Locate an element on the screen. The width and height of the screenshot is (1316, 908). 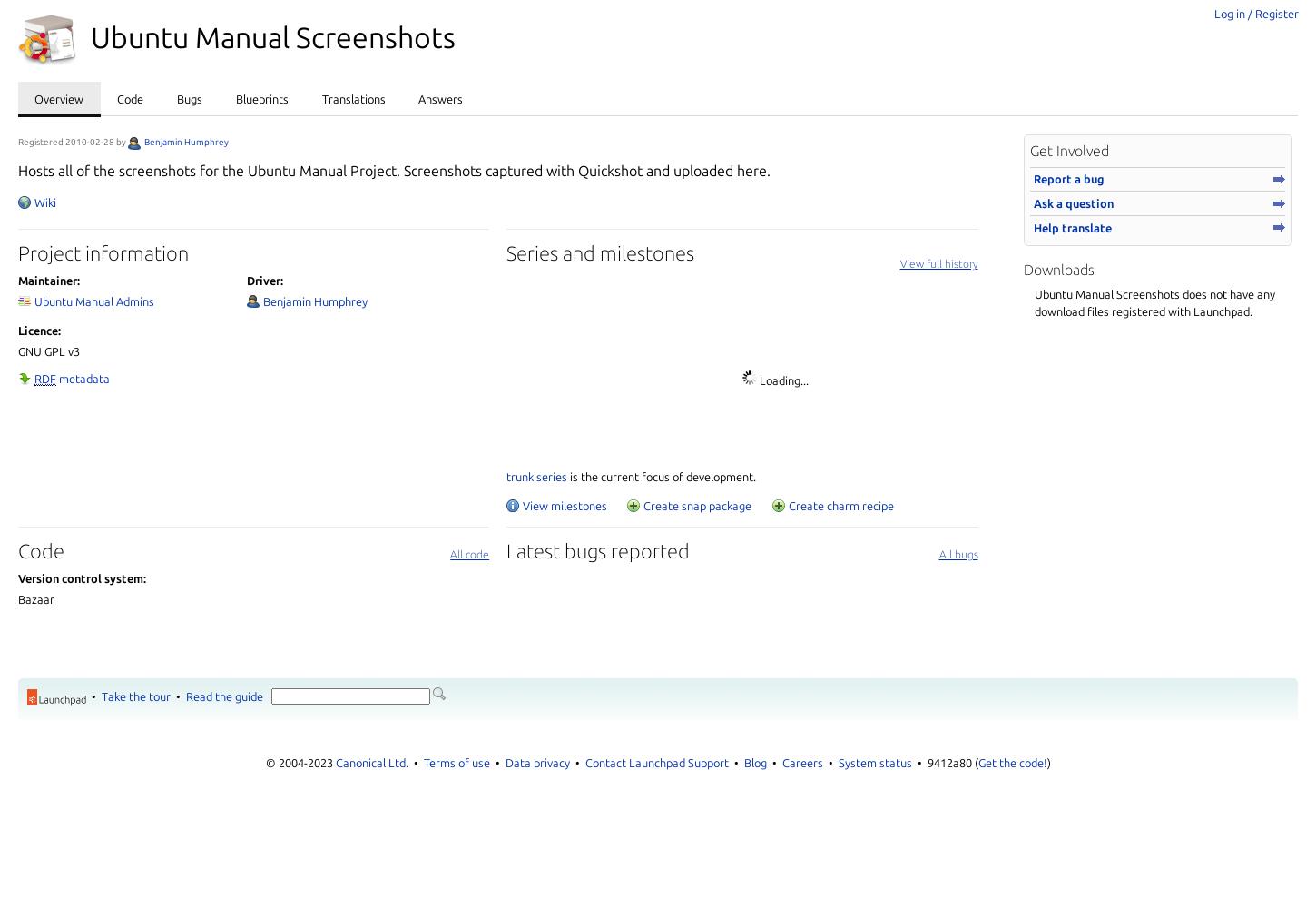
'Translations' is located at coordinates (352, 97).